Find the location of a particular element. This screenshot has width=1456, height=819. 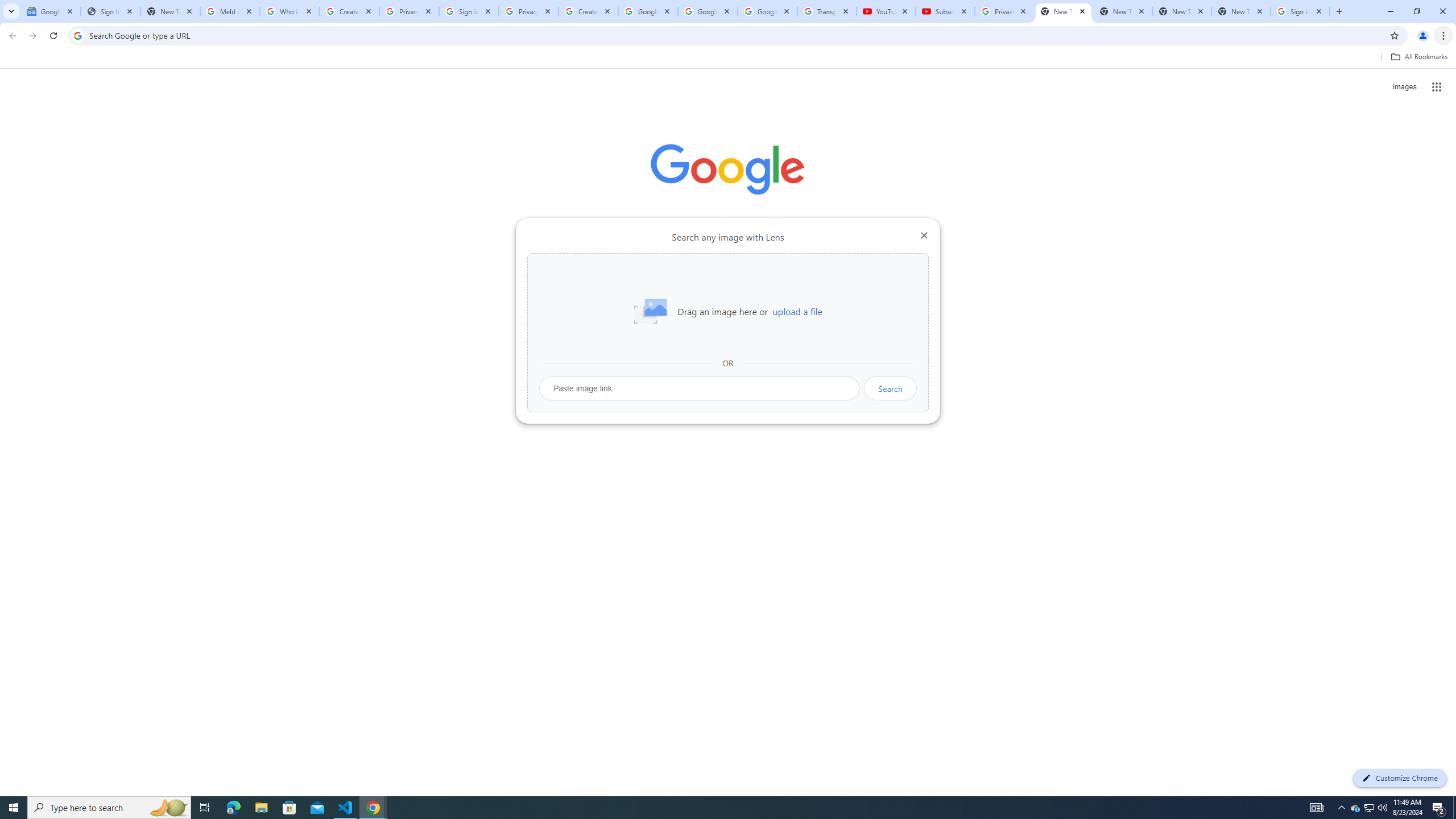

'YouTube' is located at coordinates (886, 11).